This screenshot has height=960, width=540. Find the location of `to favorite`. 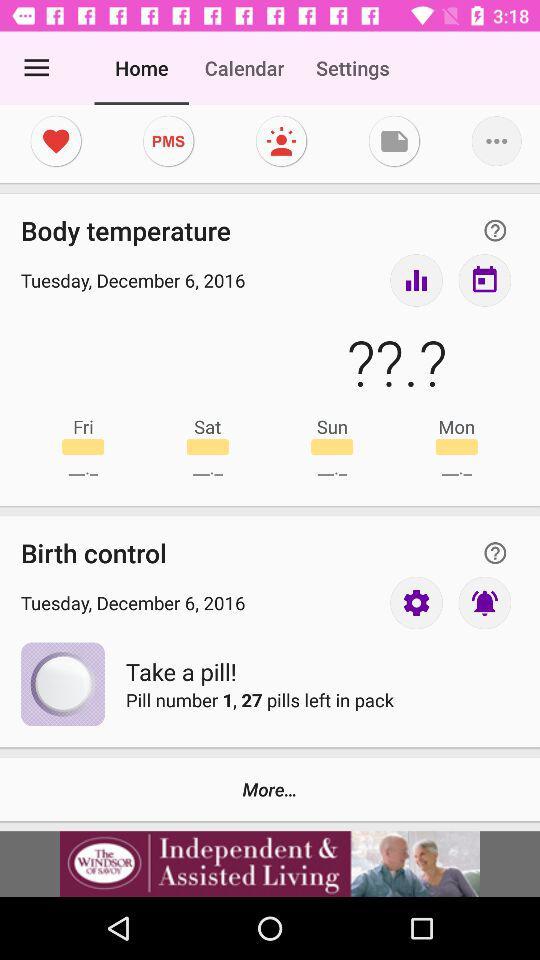

to favorite is located at coordinates (56, 140).